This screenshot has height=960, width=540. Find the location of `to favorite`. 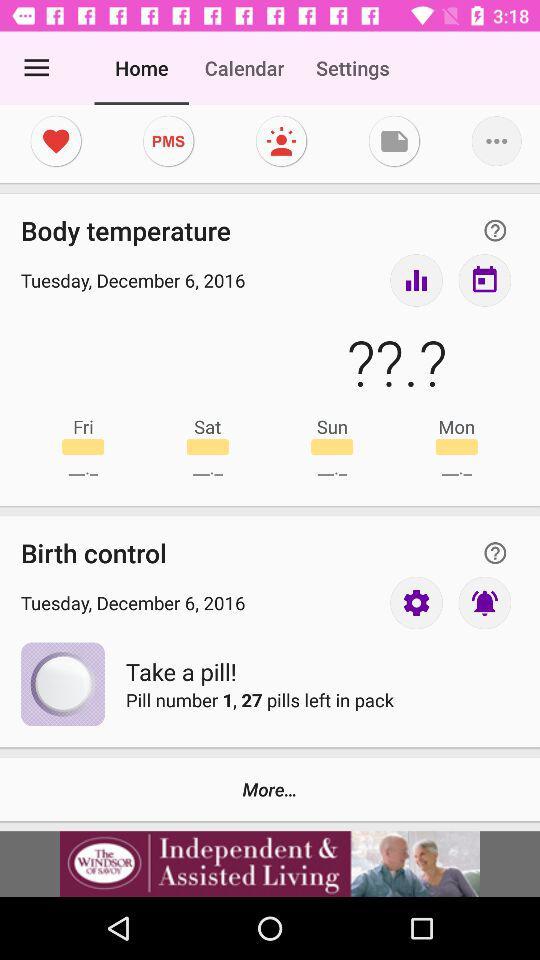

to favorite is located at coordinates (56, 140).